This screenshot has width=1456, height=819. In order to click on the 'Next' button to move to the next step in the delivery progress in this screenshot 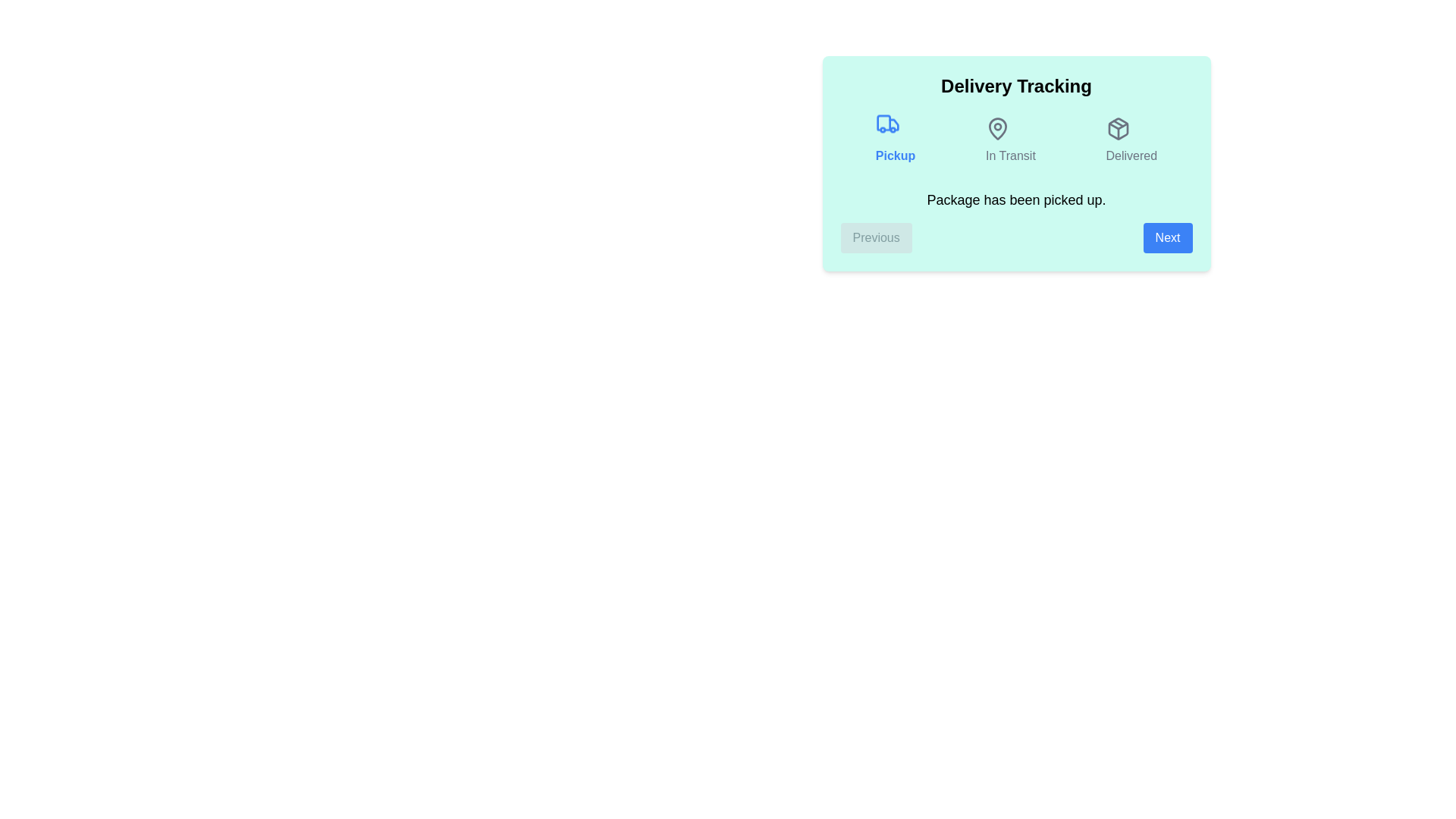, I will do `click(1167, 237)`.